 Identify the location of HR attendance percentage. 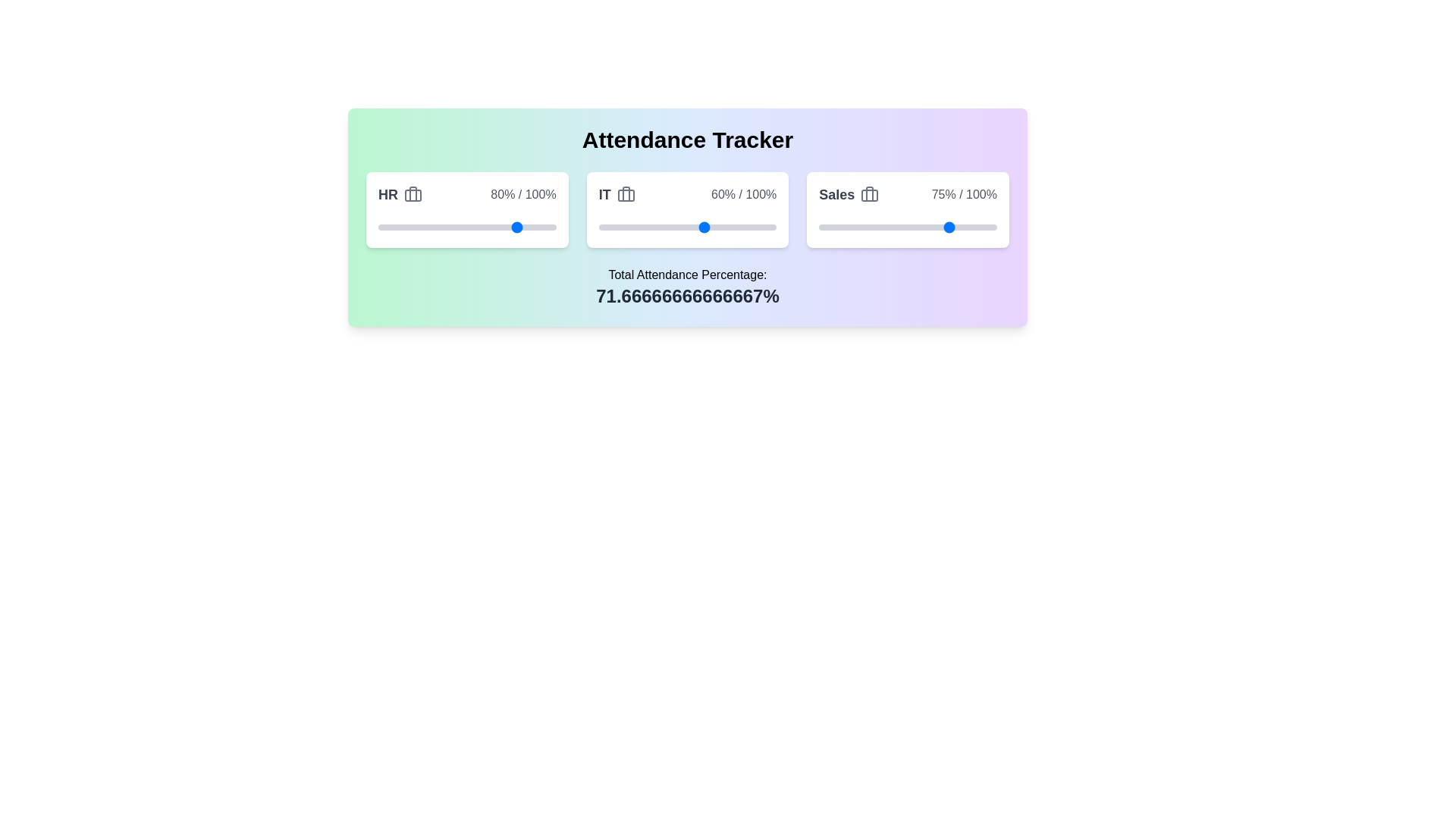
(453, 227).